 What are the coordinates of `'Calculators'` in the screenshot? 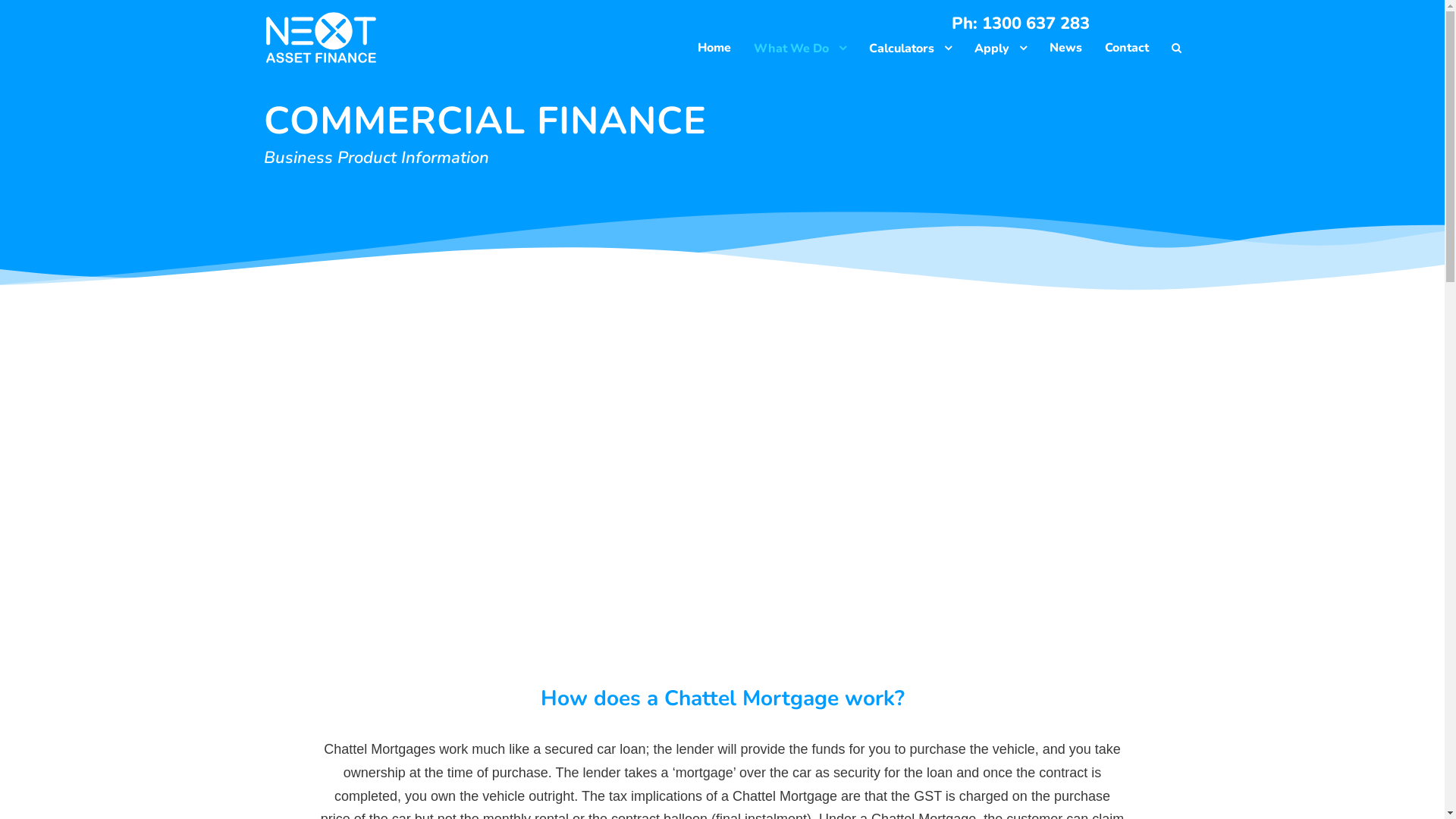 It's located at (910, 52).